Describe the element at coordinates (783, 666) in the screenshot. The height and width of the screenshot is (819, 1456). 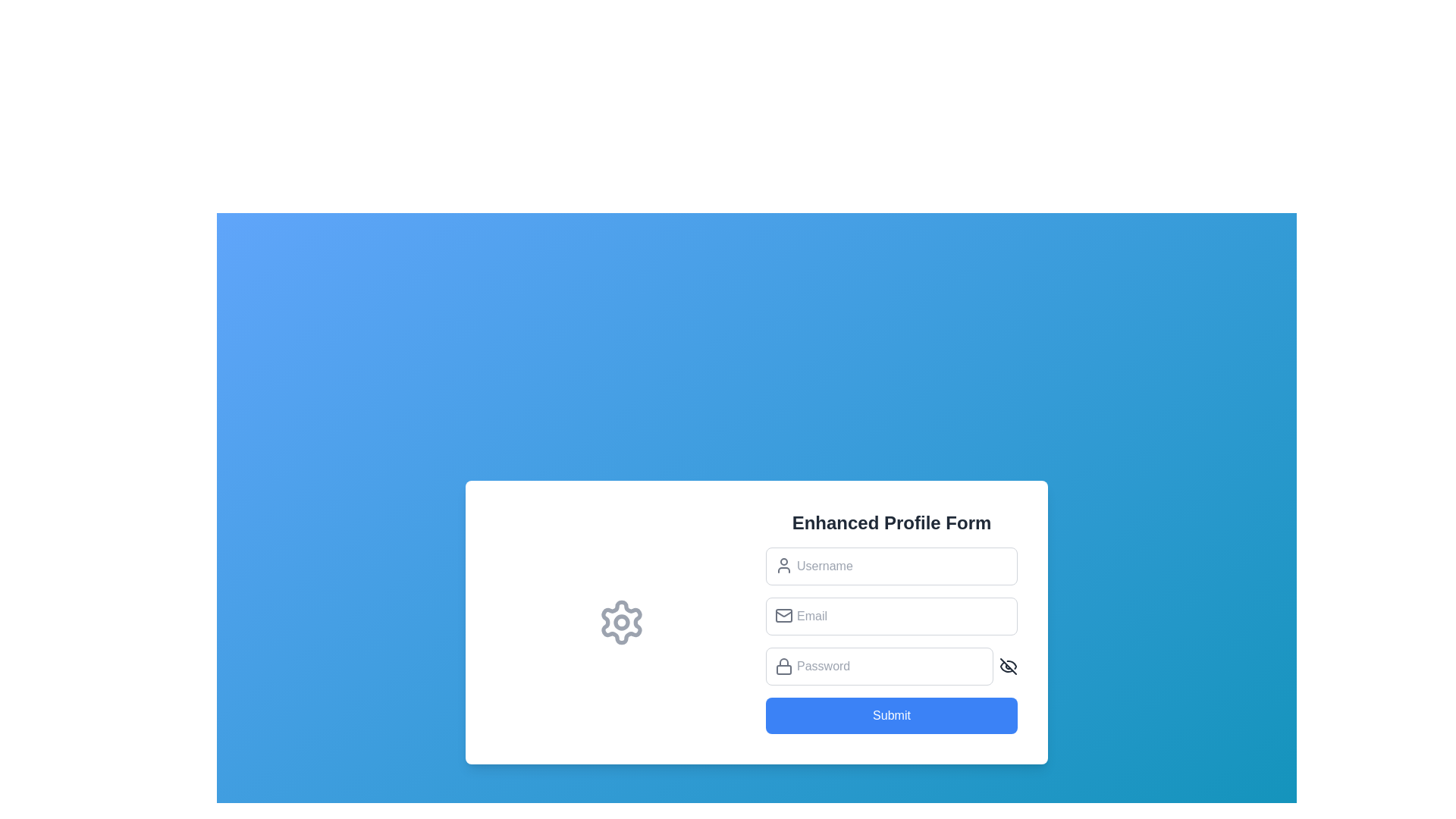
I see `the grey lock icon located inside the password input field, positioned to the left of the placeholder text 'Password'` at that location.